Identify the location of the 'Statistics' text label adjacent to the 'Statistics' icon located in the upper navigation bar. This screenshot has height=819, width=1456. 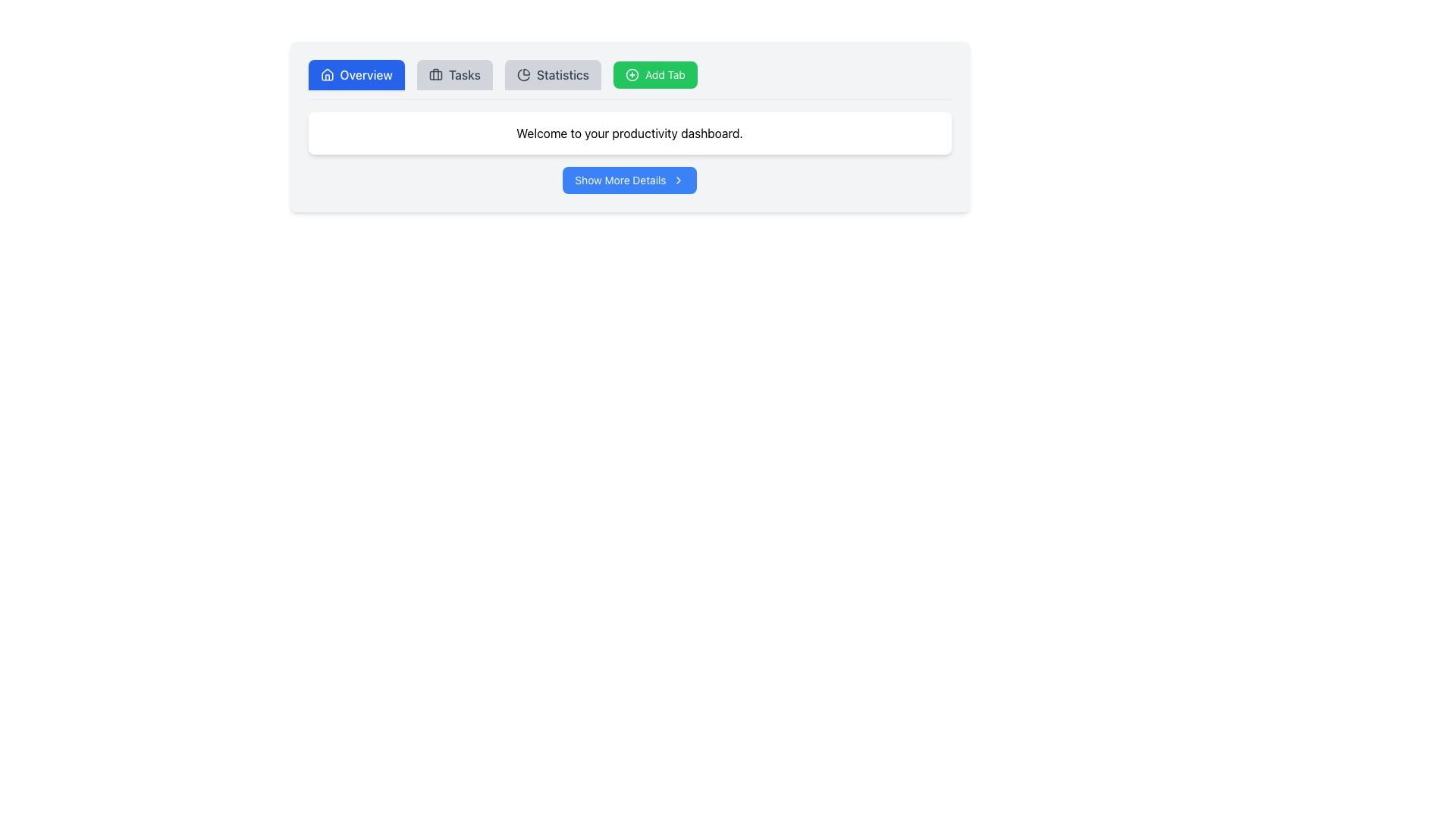
(523, 75).